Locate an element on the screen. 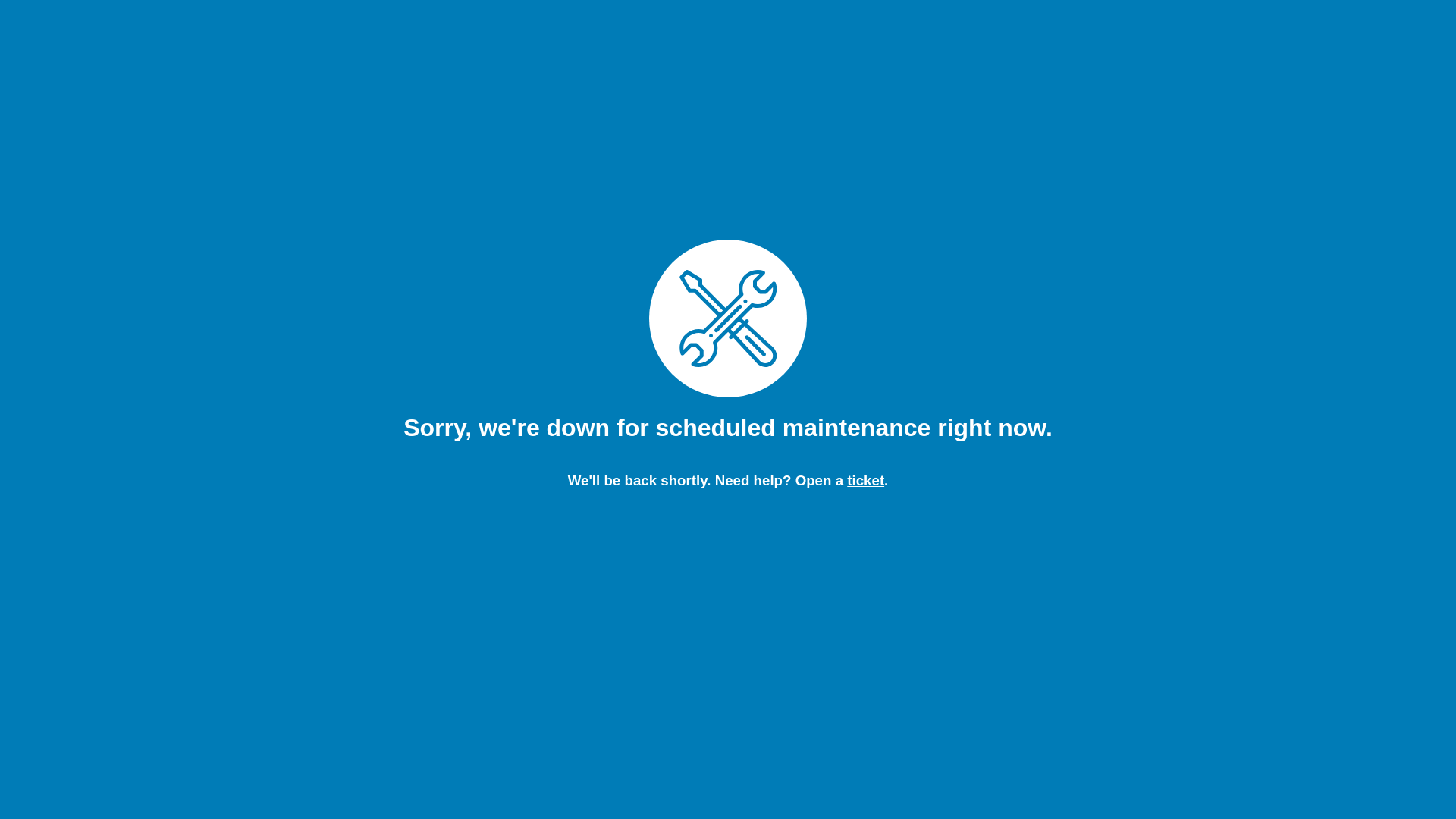  'ticket' is located at coordinates (865, 480).